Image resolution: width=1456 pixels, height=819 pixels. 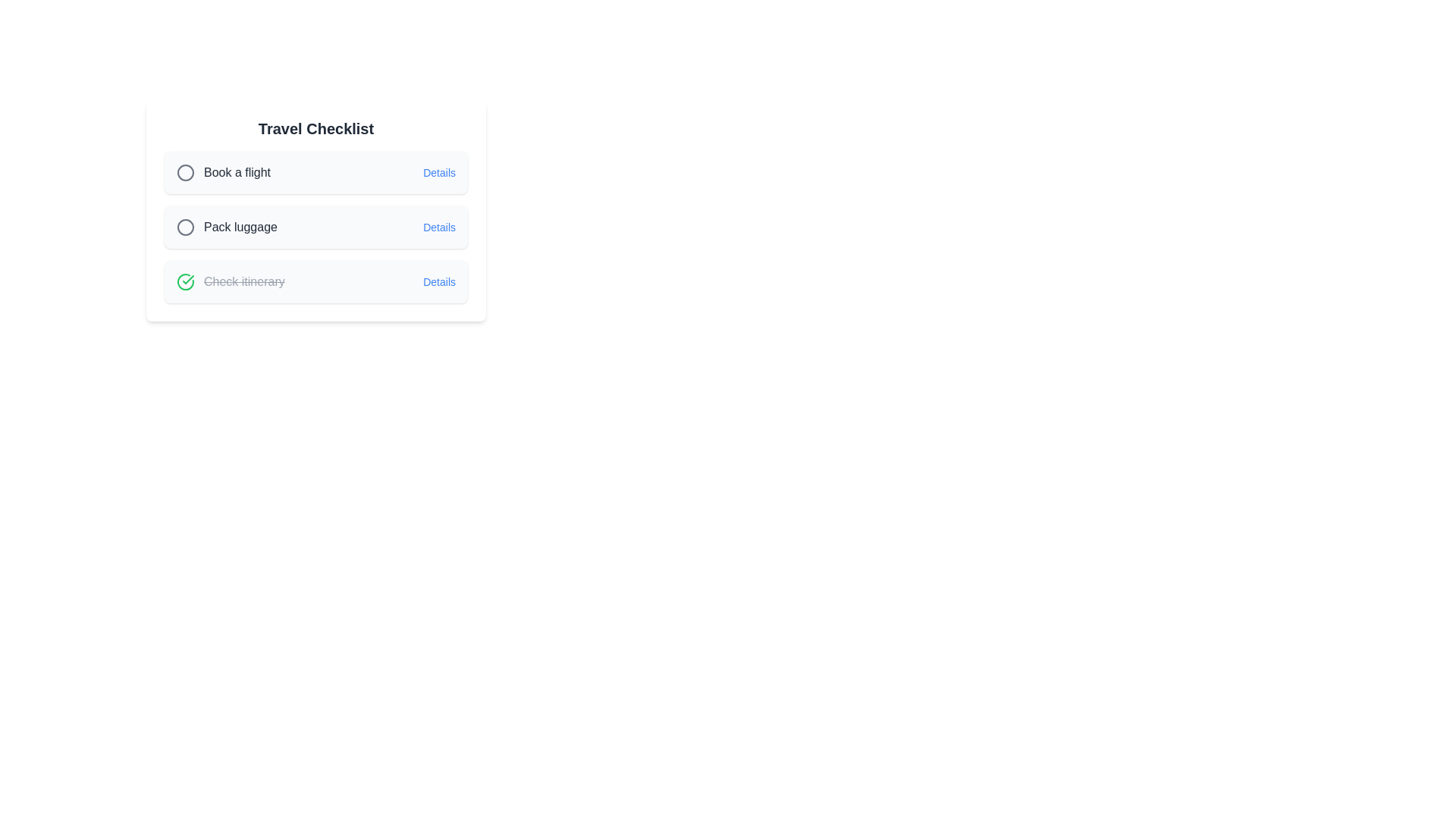 What do you see at coordinates (438, 281) in the screenshot?
I see `the text label reading 'Details' which is styled with a blue font color and is aligned to the right of the 'Check itinerary' checklist entry in the 'Travel Checklist.'` at bounding box center [438, 281].